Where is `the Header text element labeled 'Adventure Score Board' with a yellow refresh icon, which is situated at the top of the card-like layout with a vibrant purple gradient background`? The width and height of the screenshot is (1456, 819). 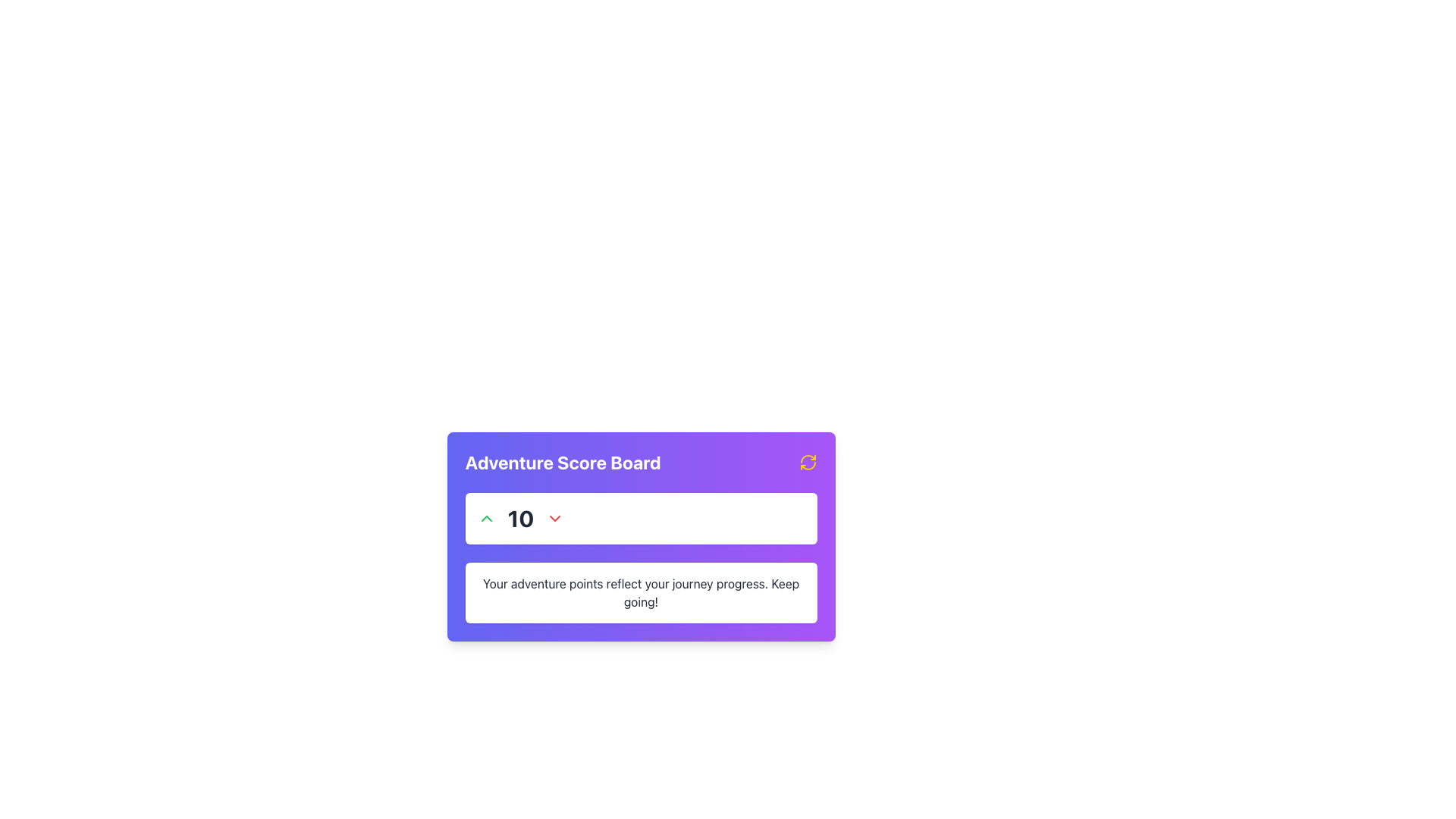 the Header text element labeled 'Adventure Score Board' with a yellow refresh icon, which is situated at the top of the card-like layout with a vibrant purple gradient background is located at coordinates (641, 461).